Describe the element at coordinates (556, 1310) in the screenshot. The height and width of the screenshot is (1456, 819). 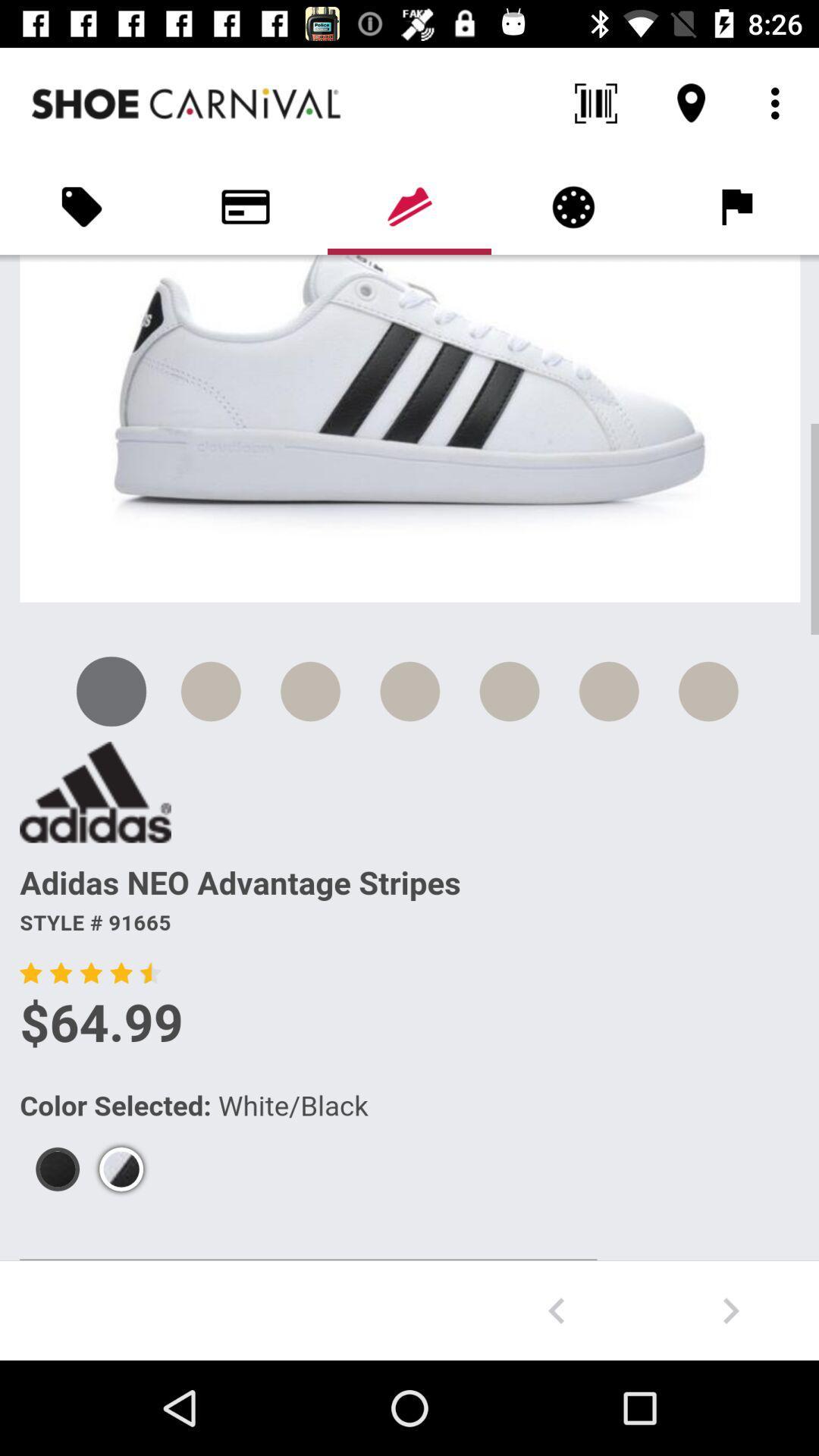
I see `slide the image` at that location.